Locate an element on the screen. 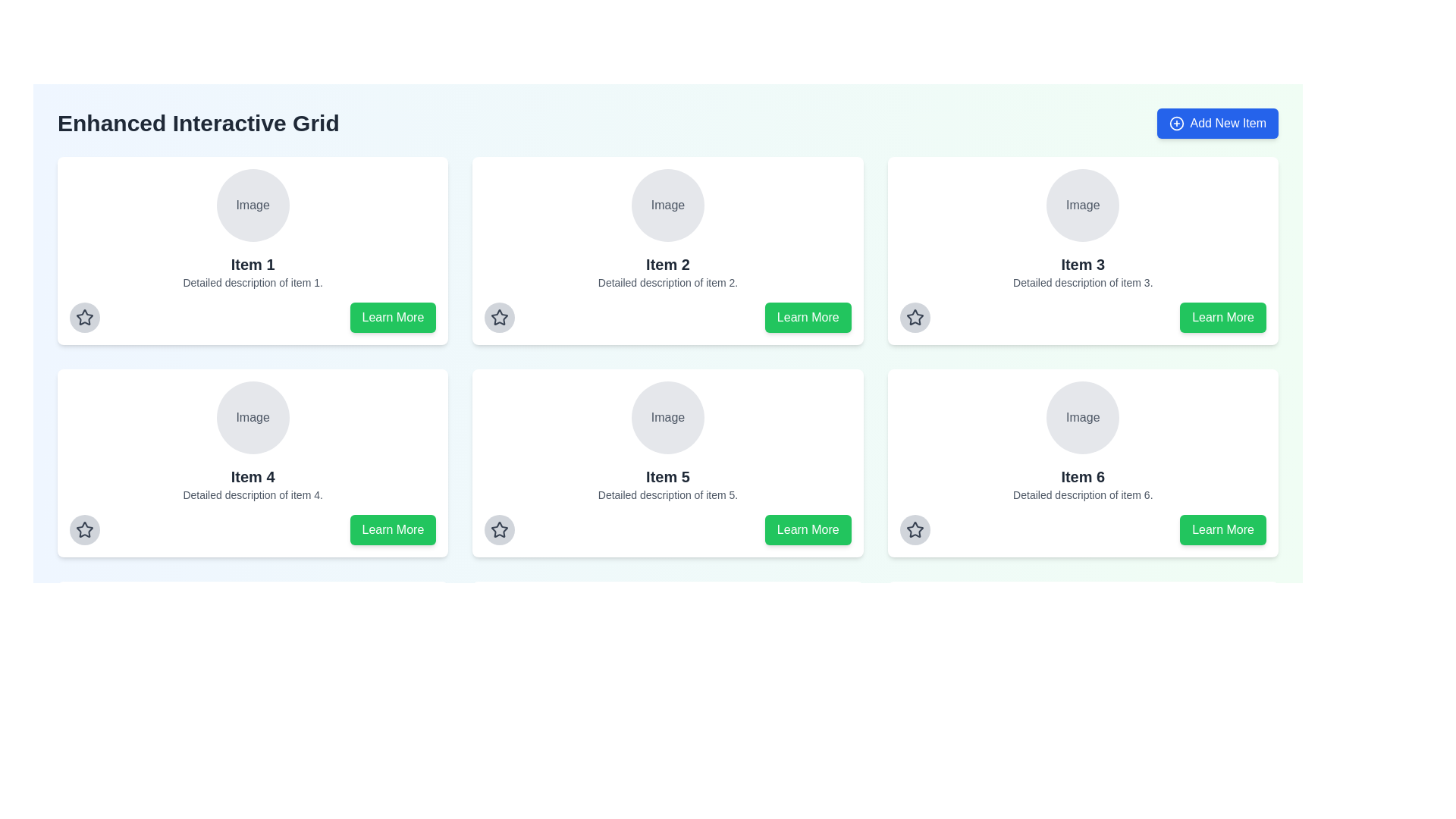 The width and height of the screenshot is (1456, 819). the star-shaped icon located at the bottom-left corner of the 'Item 4' card is located at coordinates (83, 316).